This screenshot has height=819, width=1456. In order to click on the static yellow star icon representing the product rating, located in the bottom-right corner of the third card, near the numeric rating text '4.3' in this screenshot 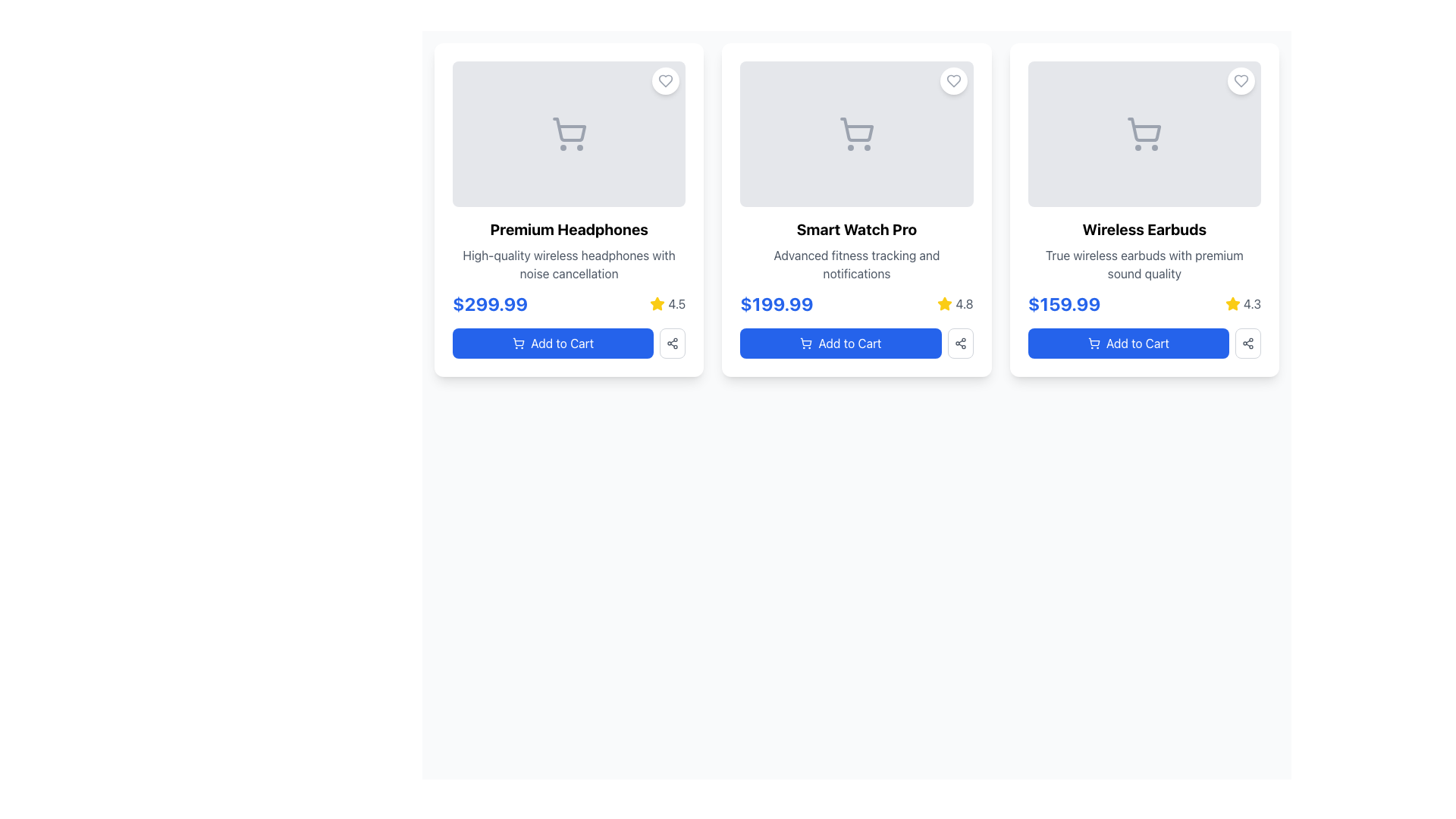, I will do `click(1232, 304)`.